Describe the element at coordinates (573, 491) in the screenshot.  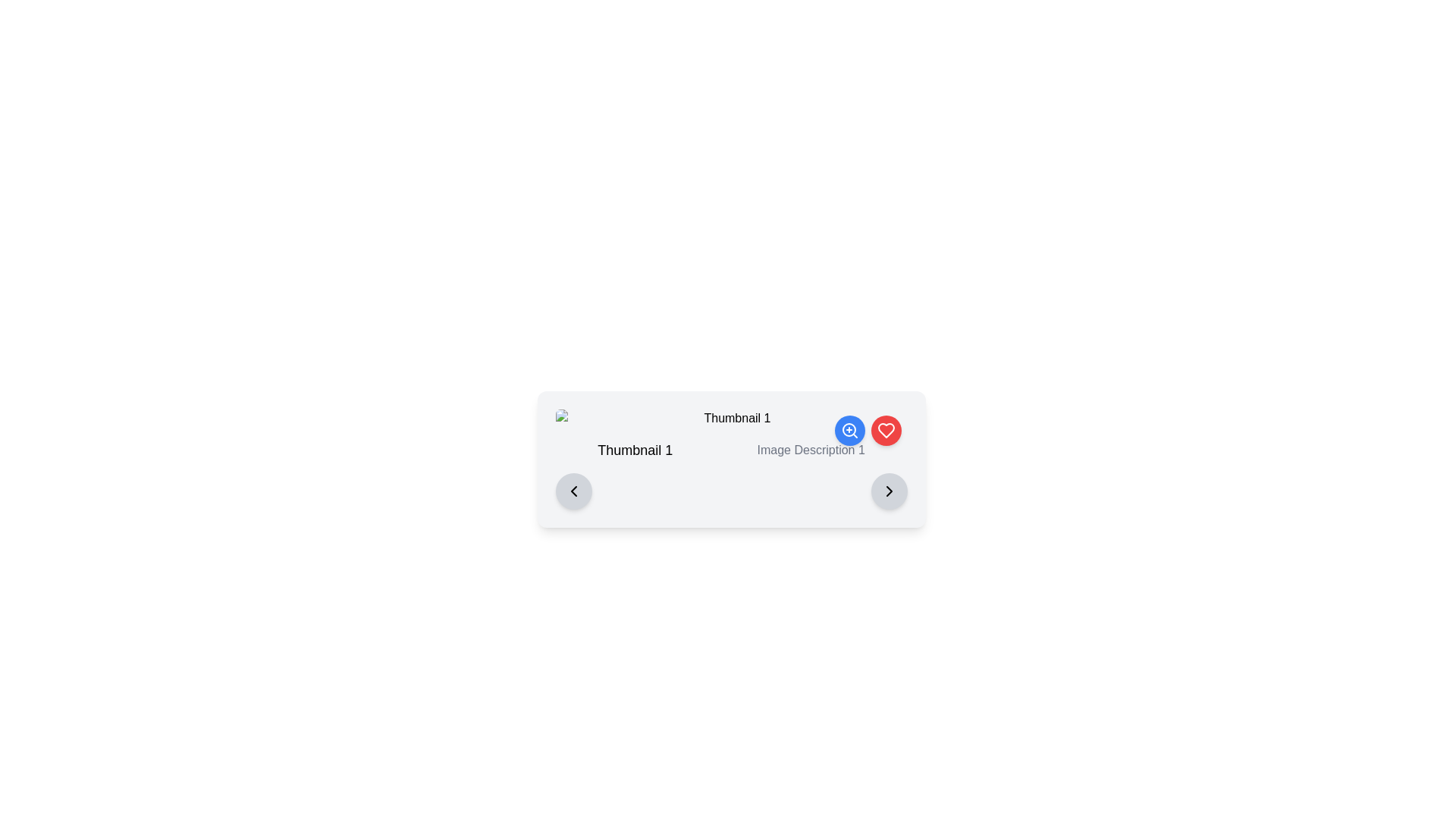
I see `the leftmost button in the navigation panel to initiate a navigation action` at that location.